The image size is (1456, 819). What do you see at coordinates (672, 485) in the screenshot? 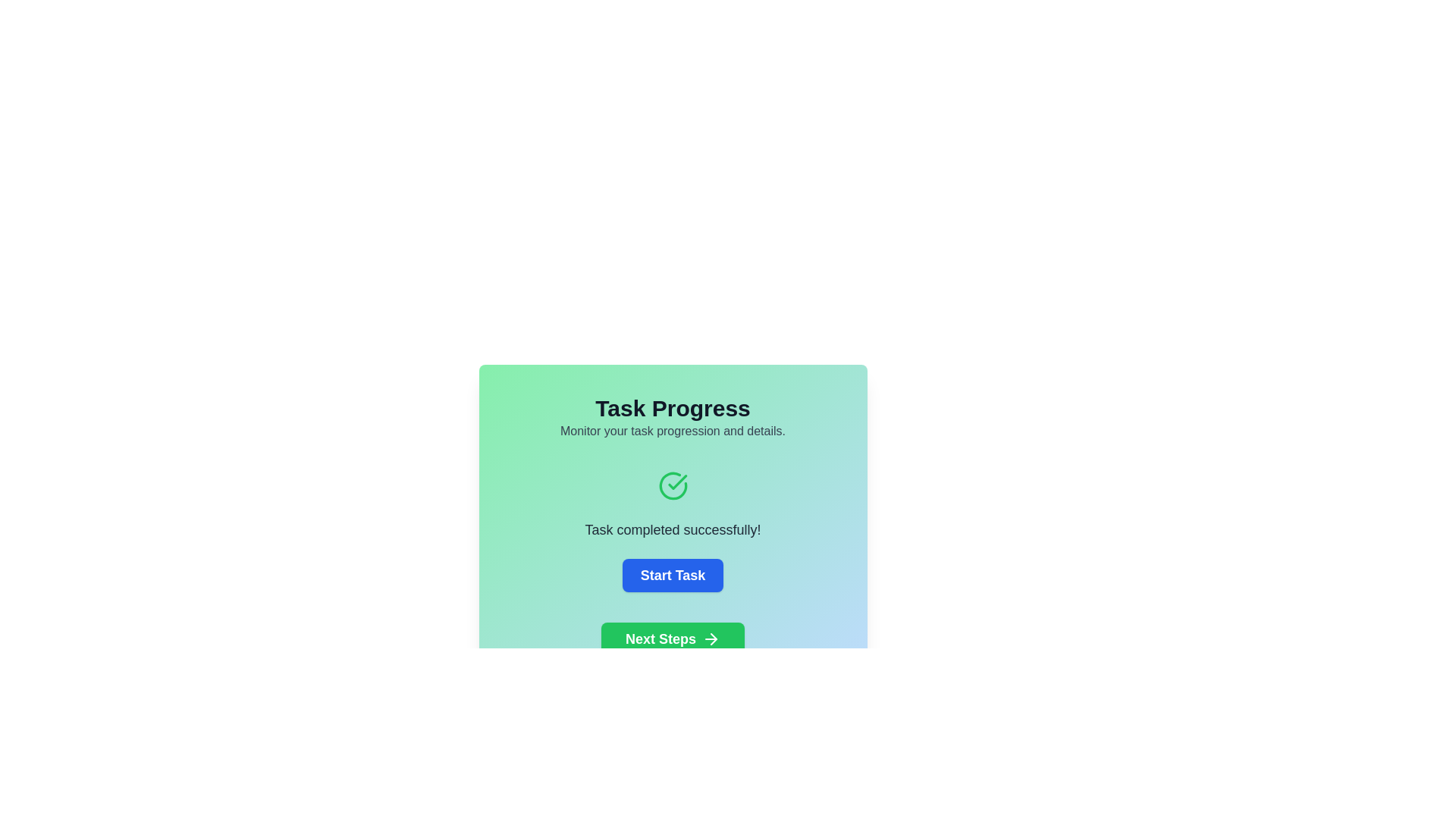
I see `the icon that visually indicates the successful completion of a task, located above the text 'Task completed successfully!' and below the section title 'Task Progress'` at bounding box center [672, 485].